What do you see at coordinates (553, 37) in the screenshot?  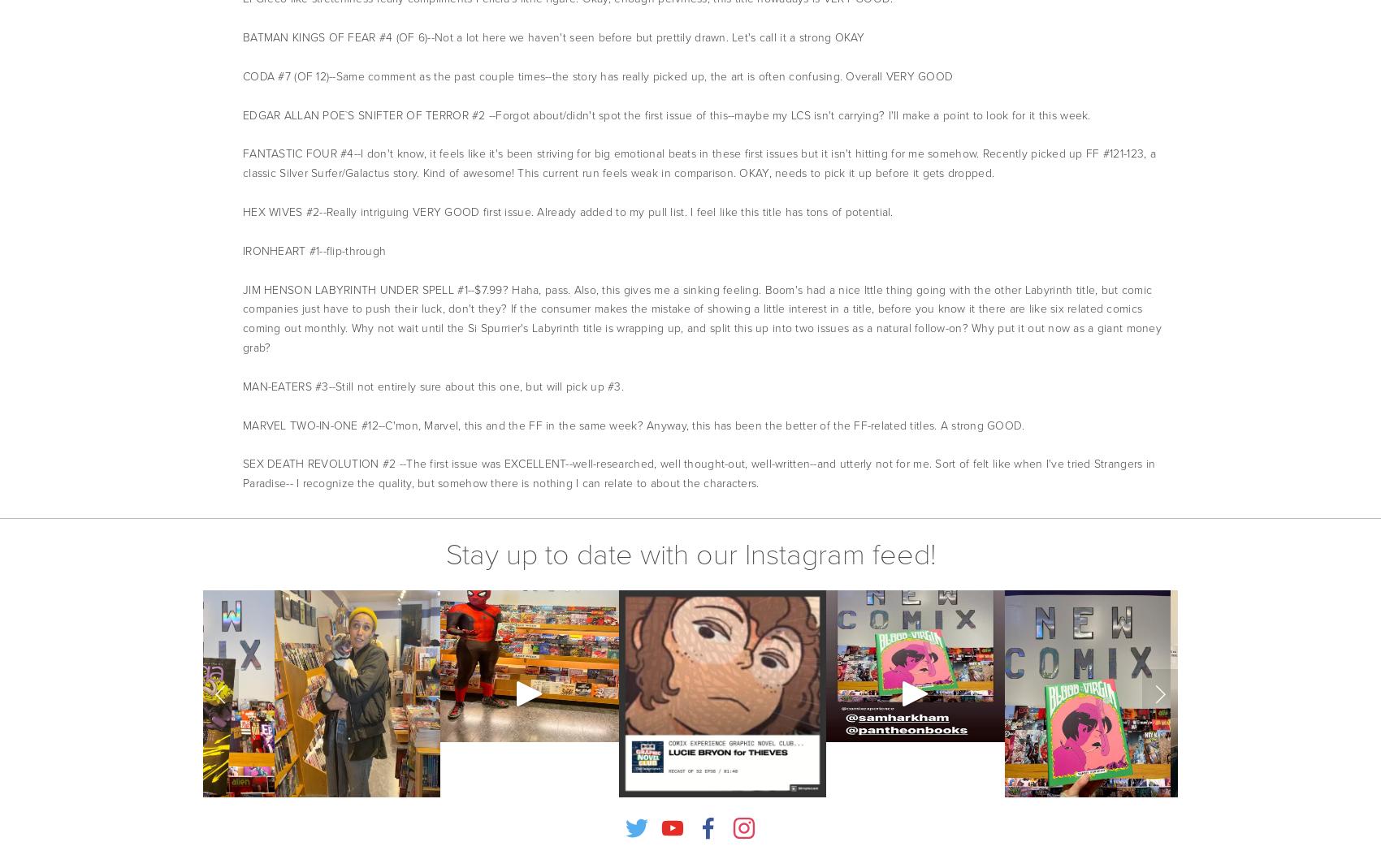 I see `'BATMAN KINGS OF FEAR #4 (OF 6)--Not a lot here we haven't seen before but prettily drawn. Let's call it a strong OKAY'` at bounding box center [553, 37].